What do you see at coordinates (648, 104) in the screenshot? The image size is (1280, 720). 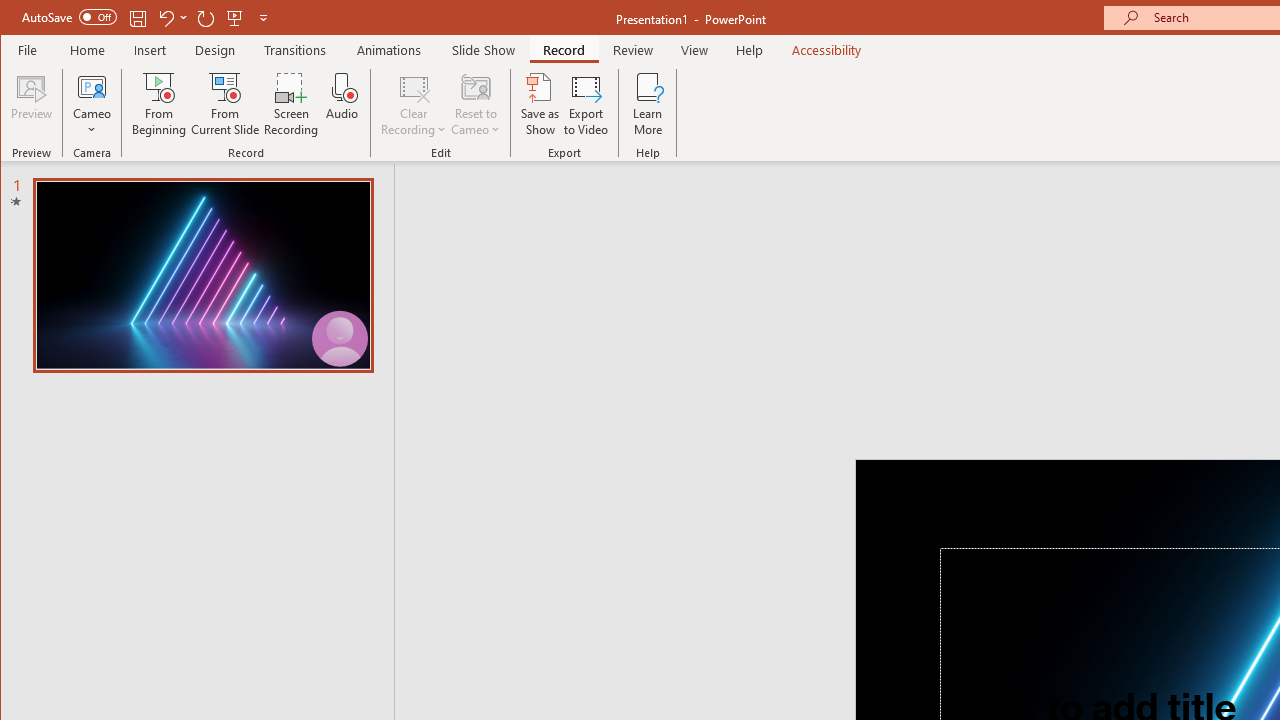 I see `'Learn More'` at bounding box center [648, 104].